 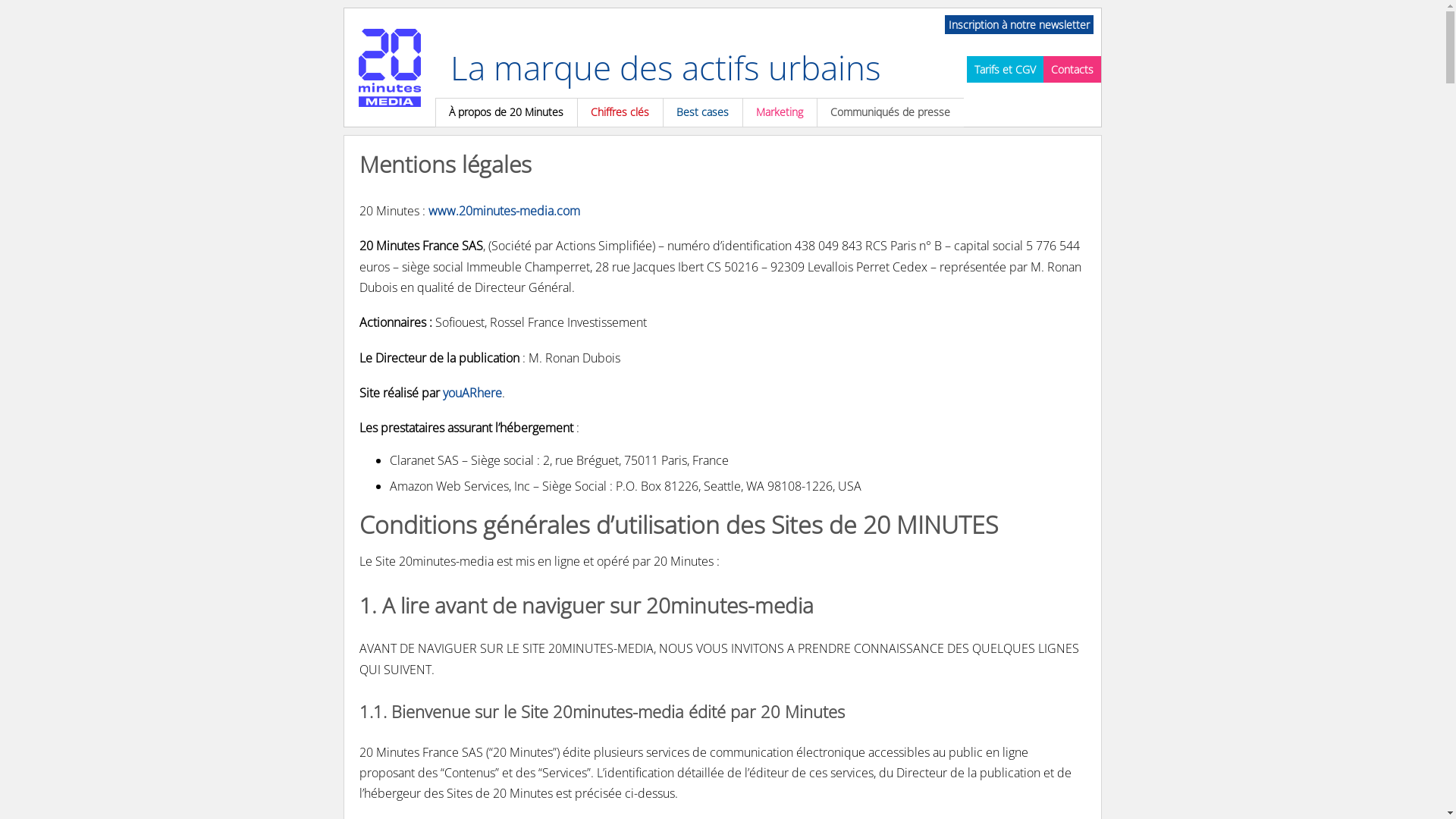 I want to click on 'Marketing', so click(x=779, y=111).